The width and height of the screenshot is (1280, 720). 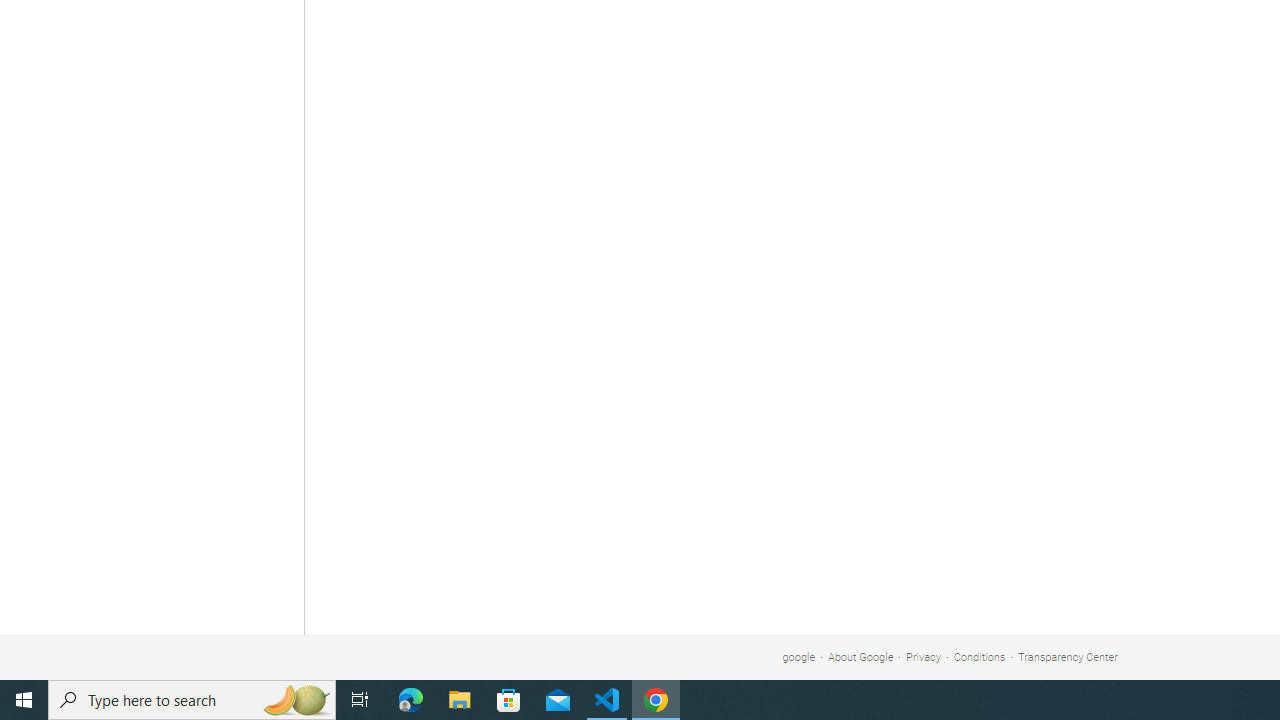 I want to click on 'File Explorer', so click(x=459, y=698).